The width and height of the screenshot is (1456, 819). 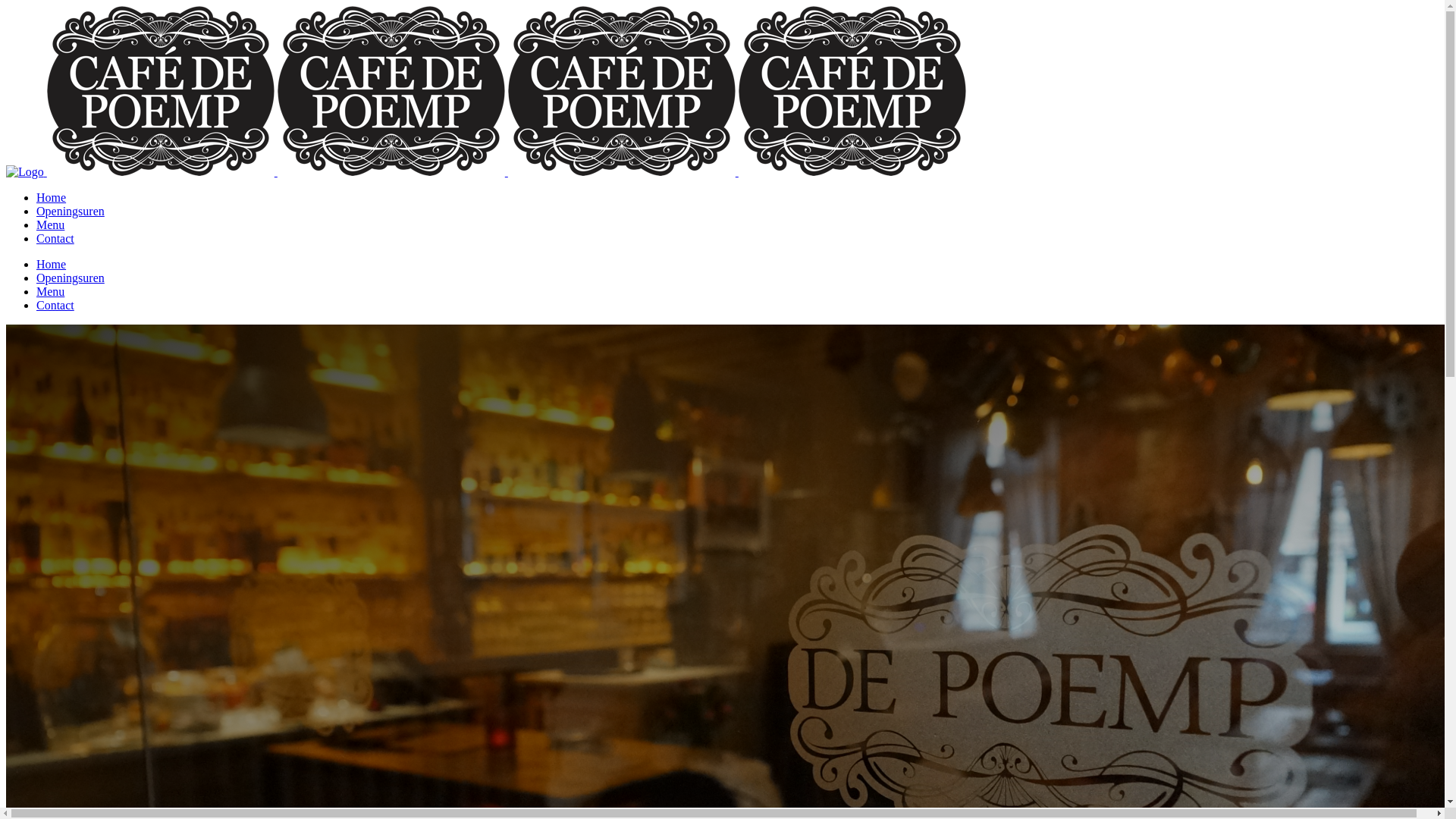 What do you see at coordinates (55, 238) in the screenshot?
I see `'Contact'` at bounding box center [55, 238].